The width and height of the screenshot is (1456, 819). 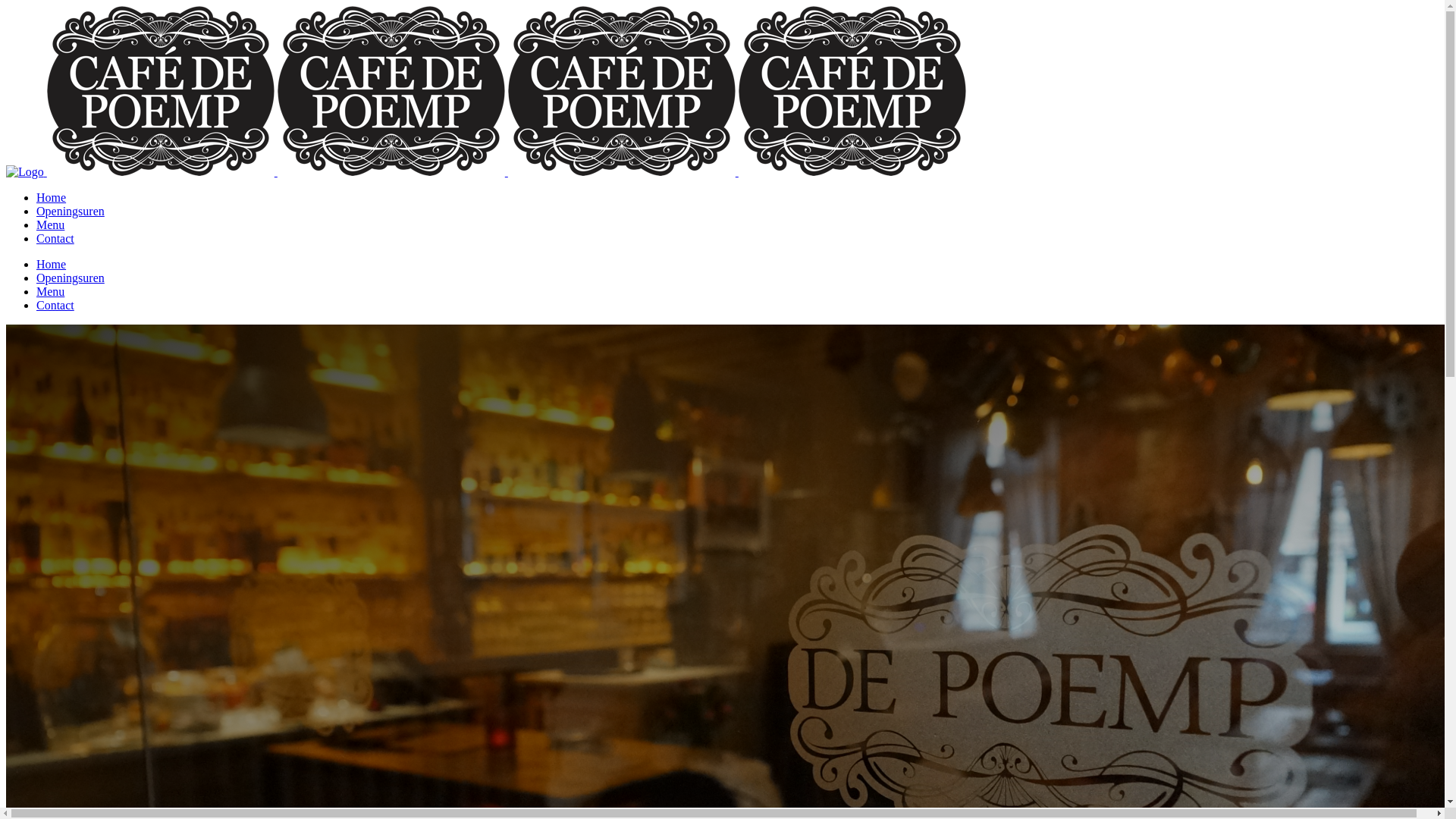 What do you see at coordinates (55, 238) in the screenshot?
I see `'Contact'` at bounding box center [55, 238].